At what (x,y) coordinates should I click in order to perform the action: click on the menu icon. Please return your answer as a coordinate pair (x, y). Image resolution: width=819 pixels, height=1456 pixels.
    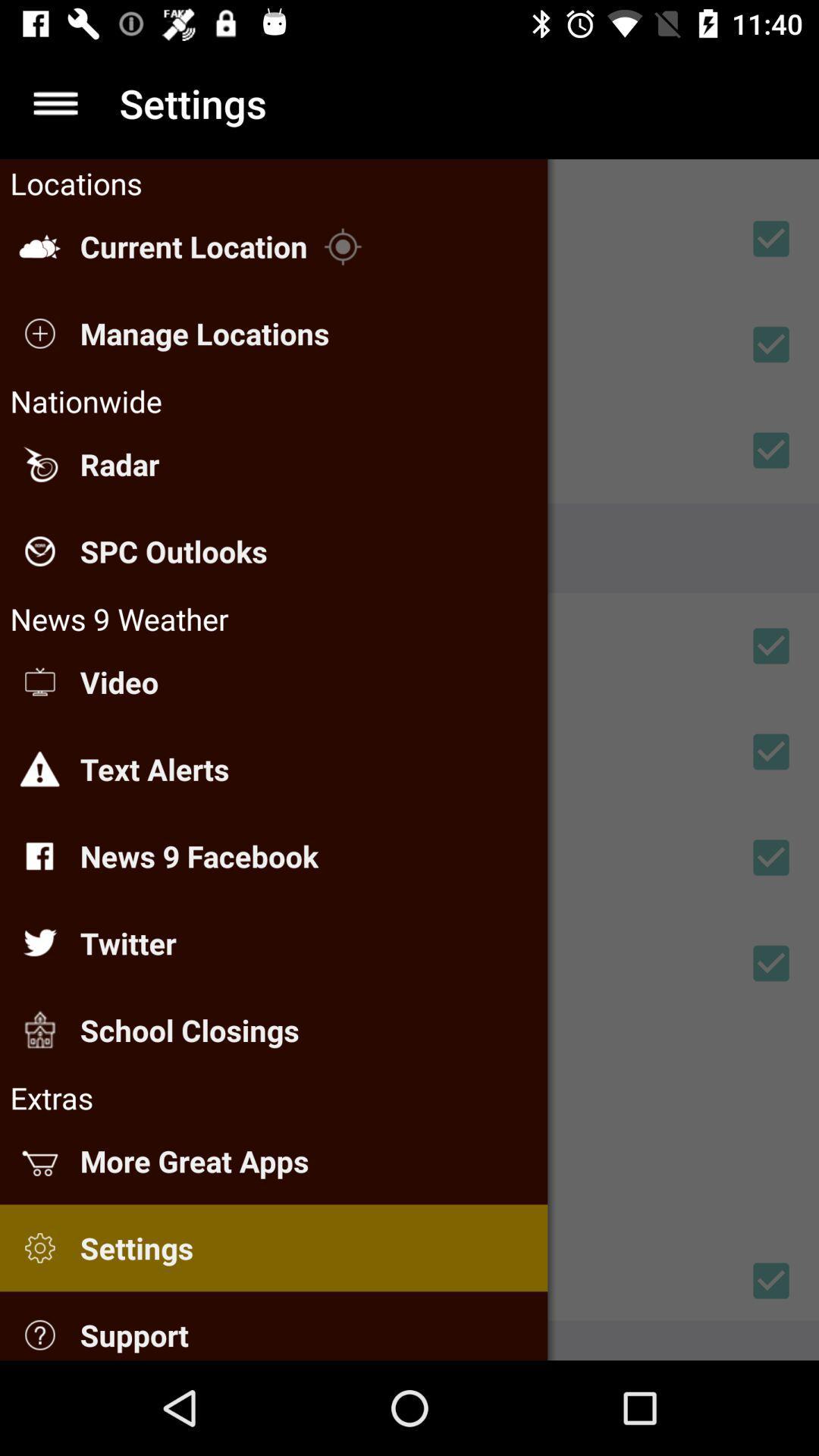
    Looking at the image, I should click on (55, 102).